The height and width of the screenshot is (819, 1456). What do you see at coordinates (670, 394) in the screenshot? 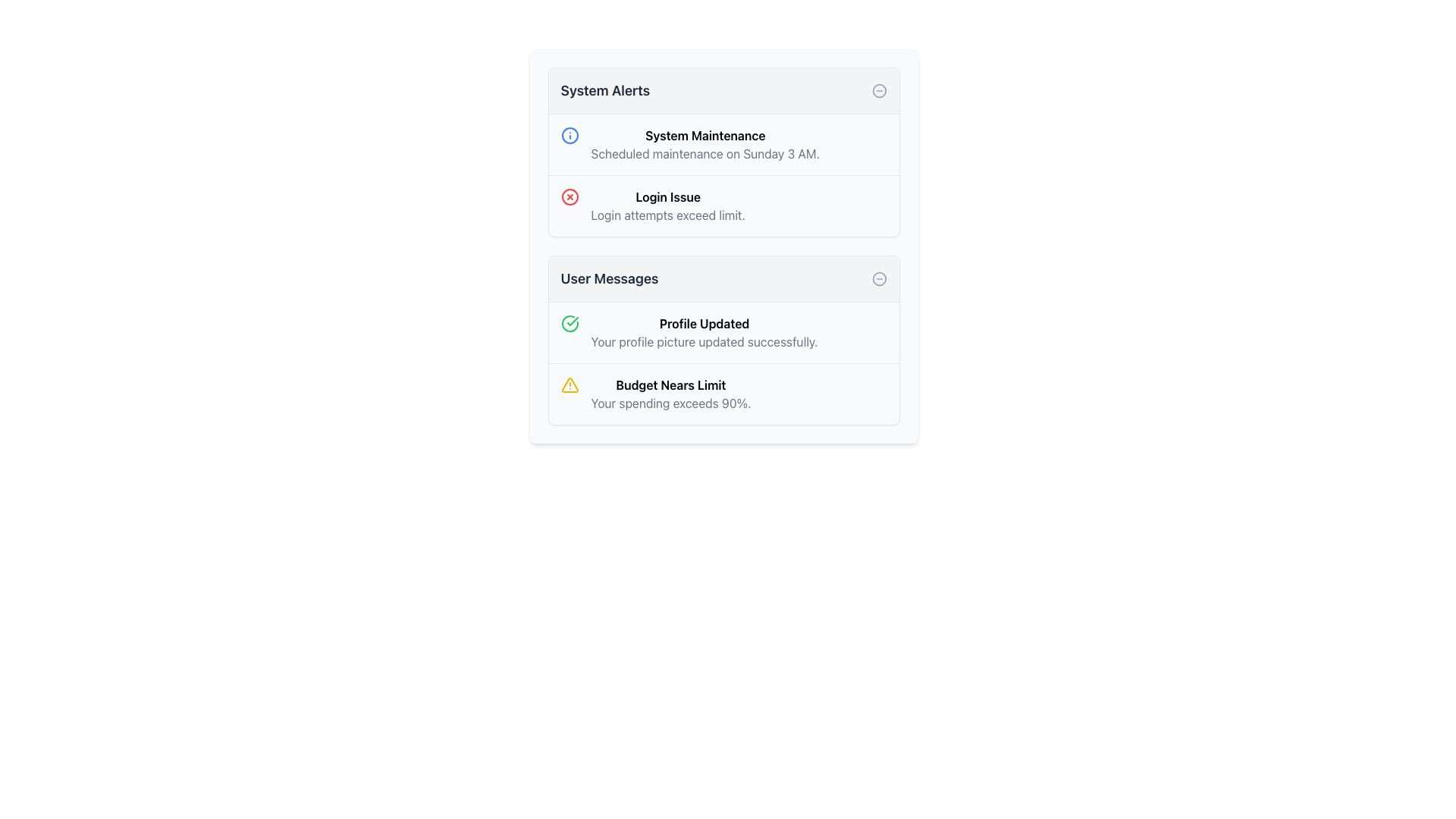
I see `static text notification element that warns the user about exceeding 90% of their budget, located in the 'User Messages' section below 'Profile Updated'` at bounding box center [670, 394].